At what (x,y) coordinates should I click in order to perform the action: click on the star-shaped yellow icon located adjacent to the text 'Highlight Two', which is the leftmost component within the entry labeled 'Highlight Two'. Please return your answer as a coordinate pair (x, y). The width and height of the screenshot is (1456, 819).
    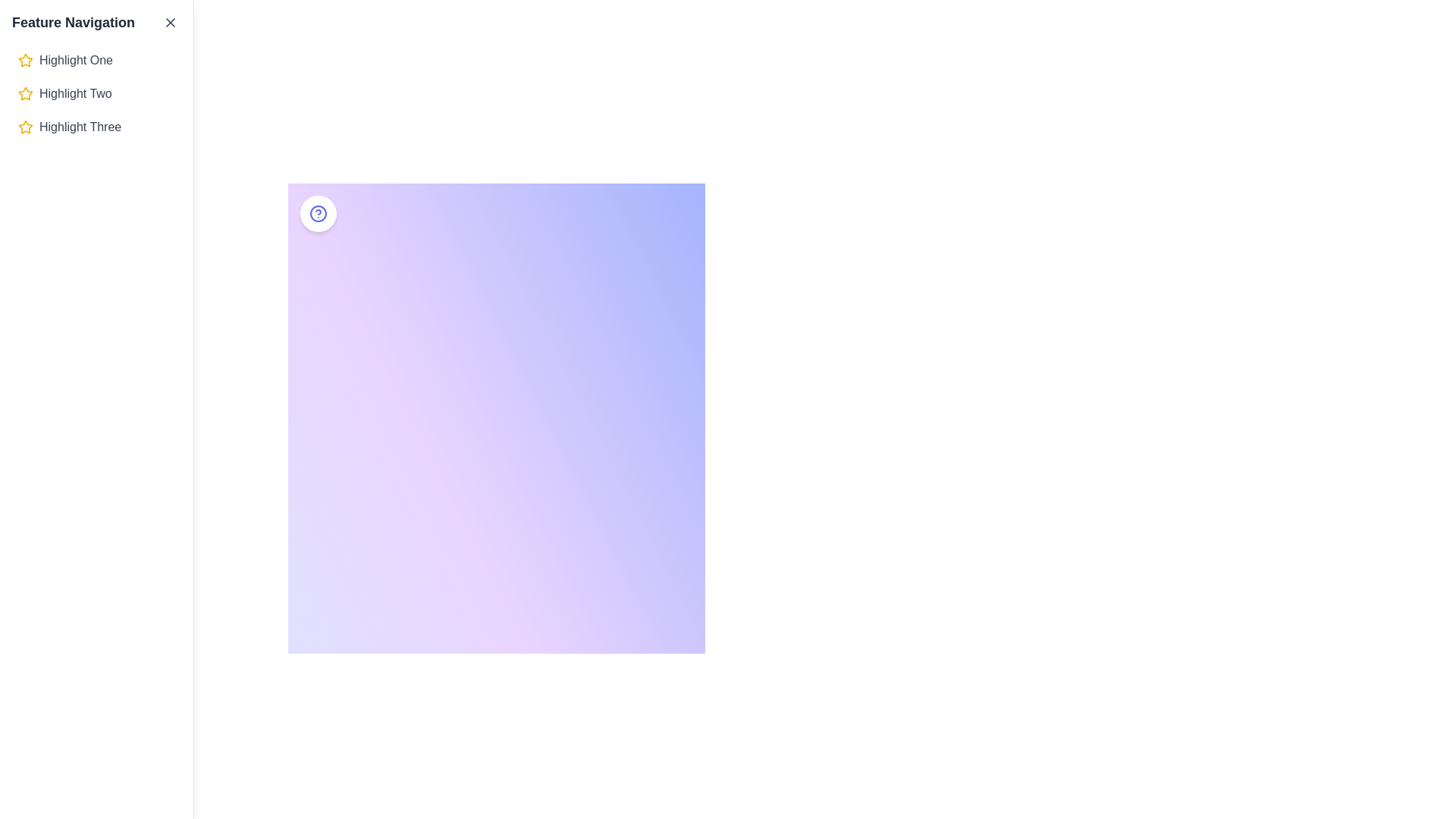
    Looking at the image, I should click on (25, 93).